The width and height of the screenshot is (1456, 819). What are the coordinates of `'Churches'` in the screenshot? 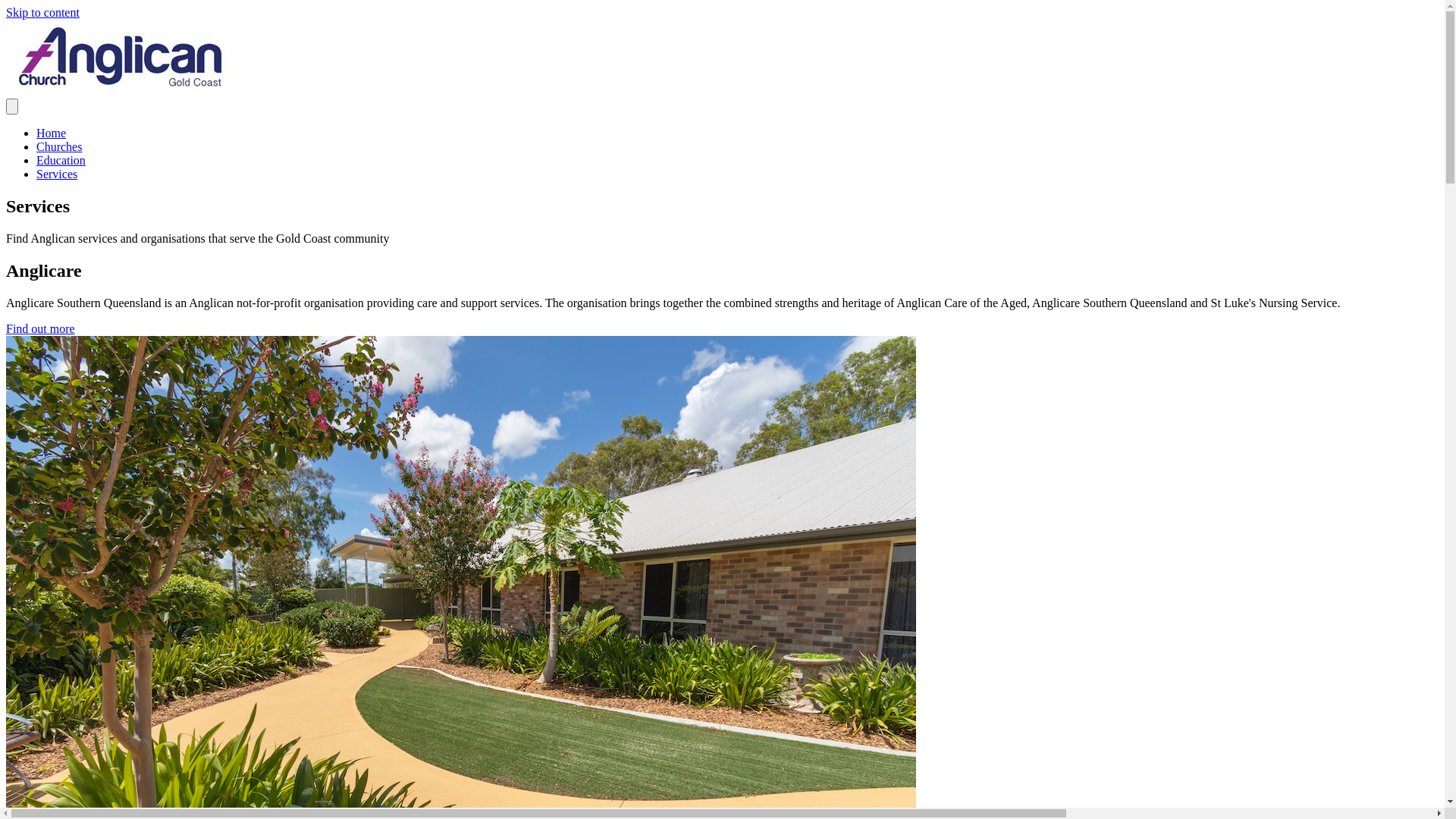 It's located at (58, 146).